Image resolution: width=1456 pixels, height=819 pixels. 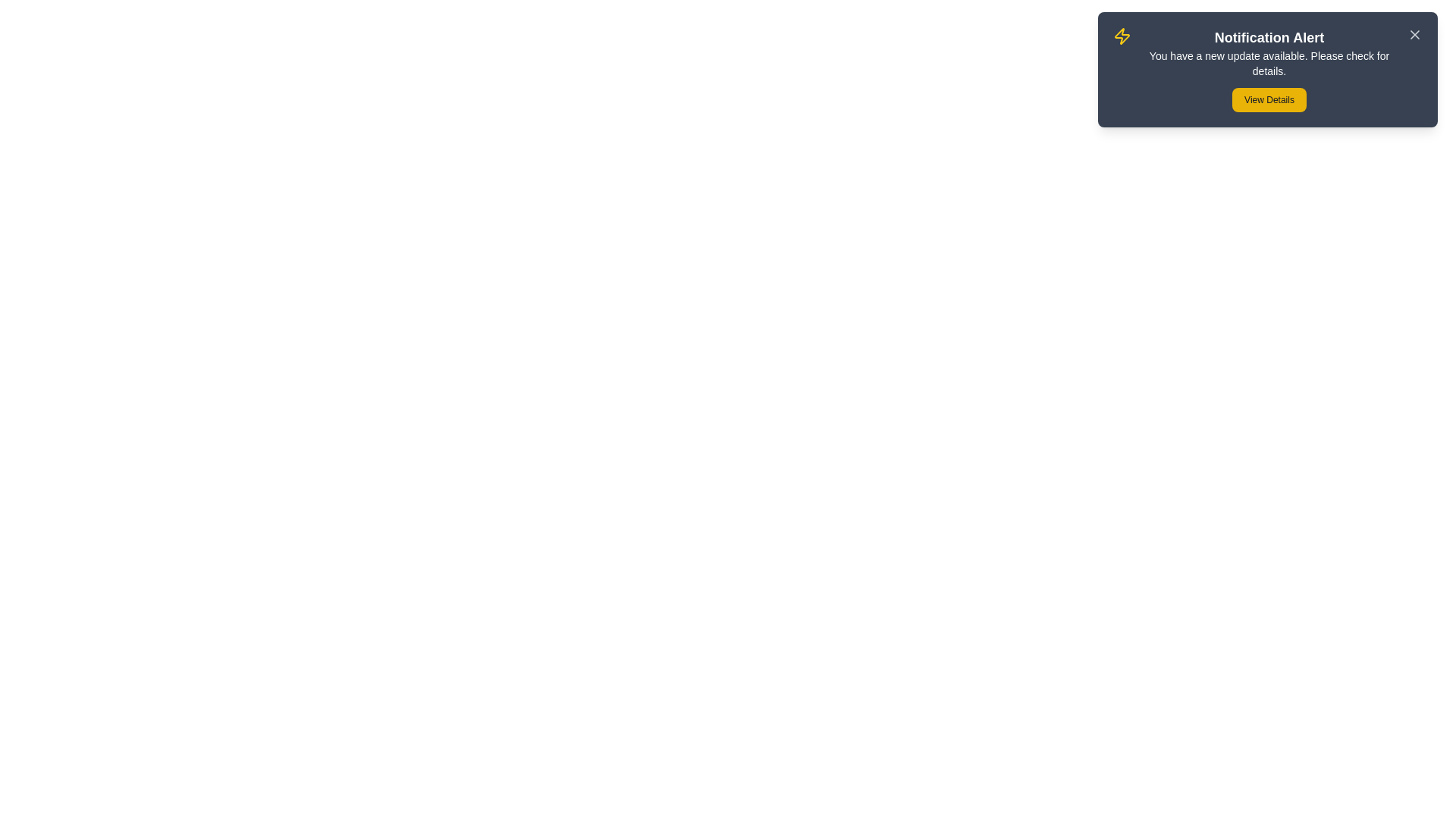 What do you see at coordinates (1269, 99) in the screenshot?
I see `the 'View Details' button to observe its hover effect` at bounding box center [1269, 99].